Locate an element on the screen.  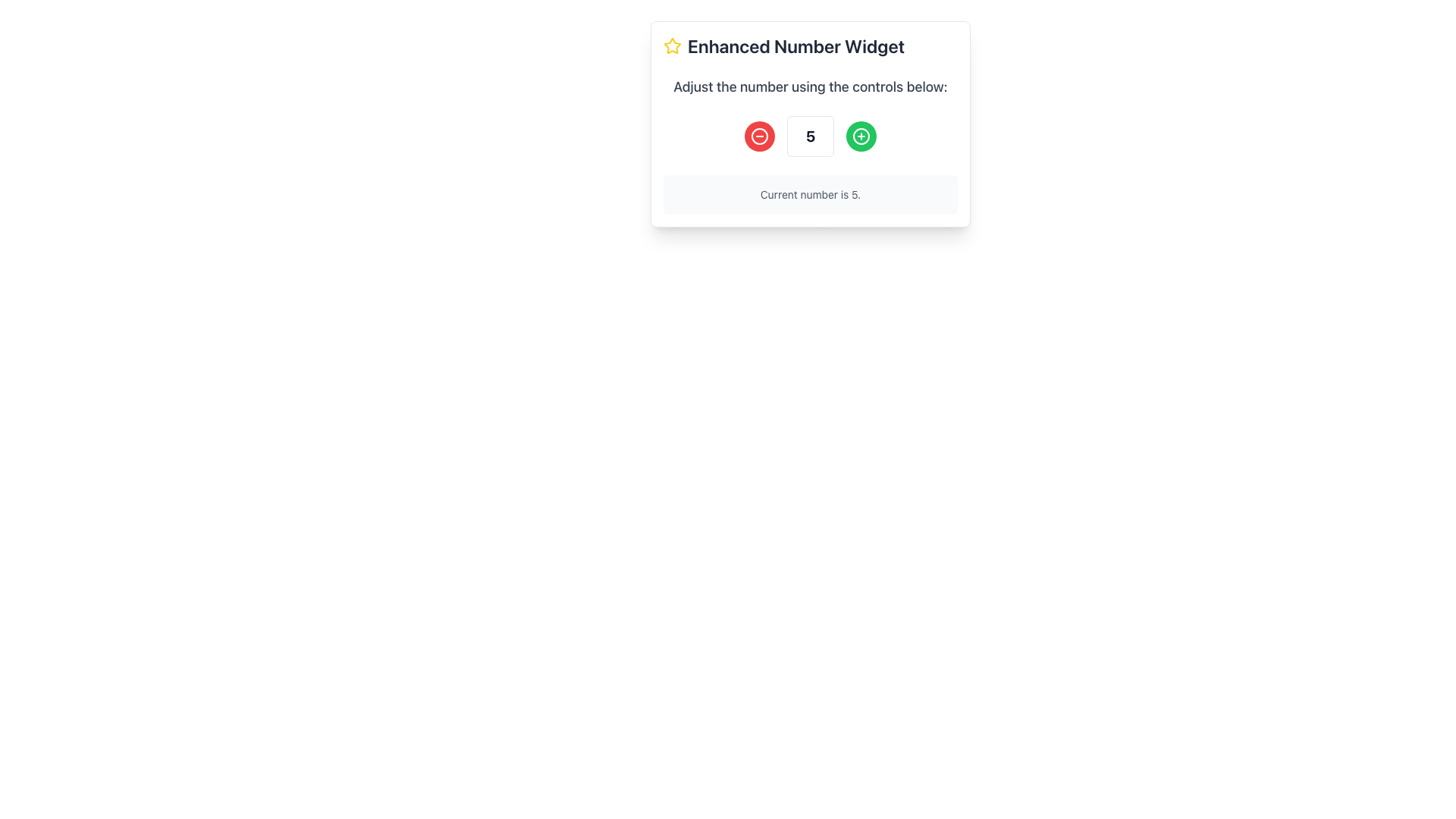
the circular icon button with a red background and white minus symbol is located at coordinates (759, 136).